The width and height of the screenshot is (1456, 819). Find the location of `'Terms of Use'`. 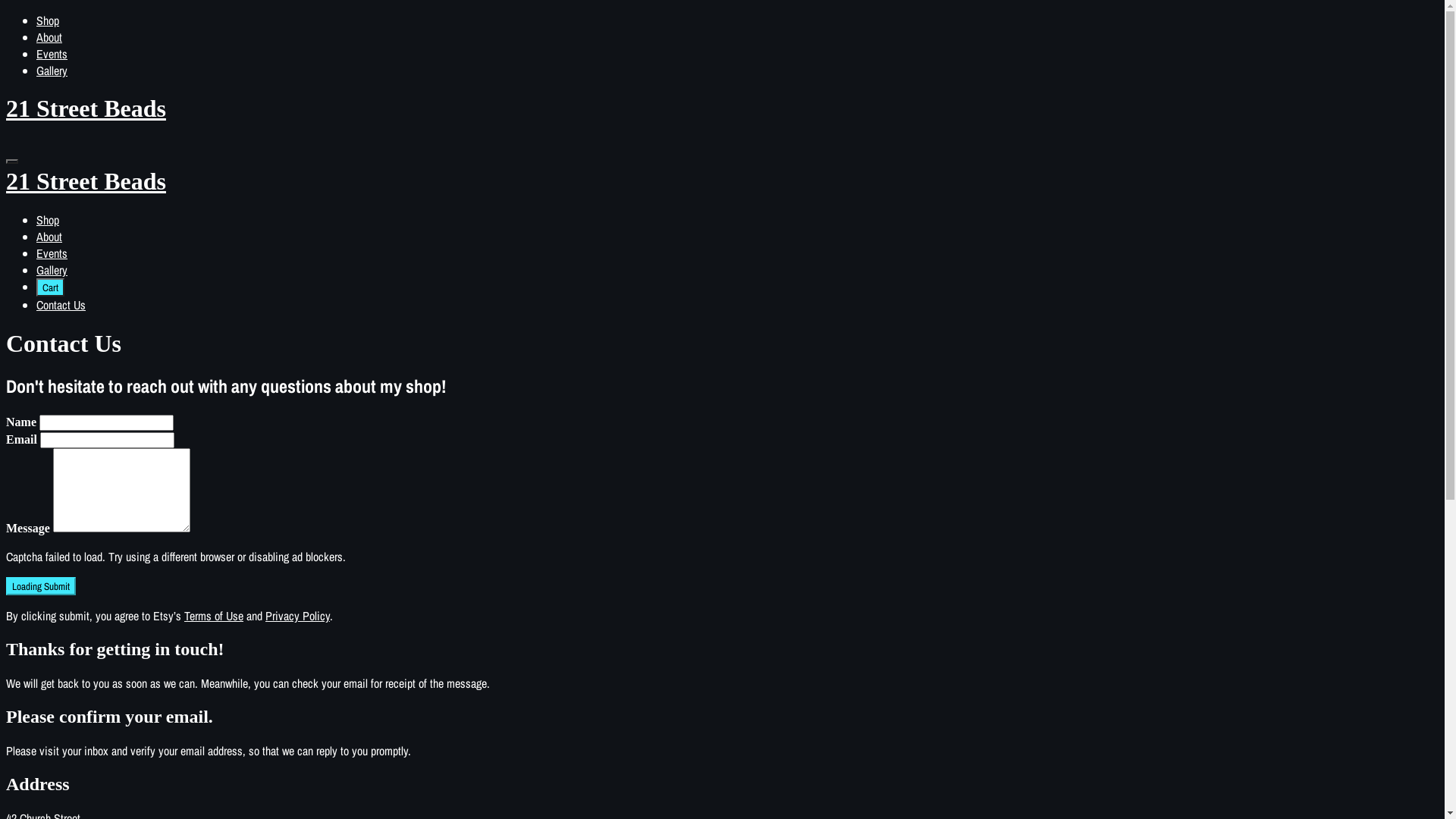

'Terms of Use' is located at coordinates (213, 616).